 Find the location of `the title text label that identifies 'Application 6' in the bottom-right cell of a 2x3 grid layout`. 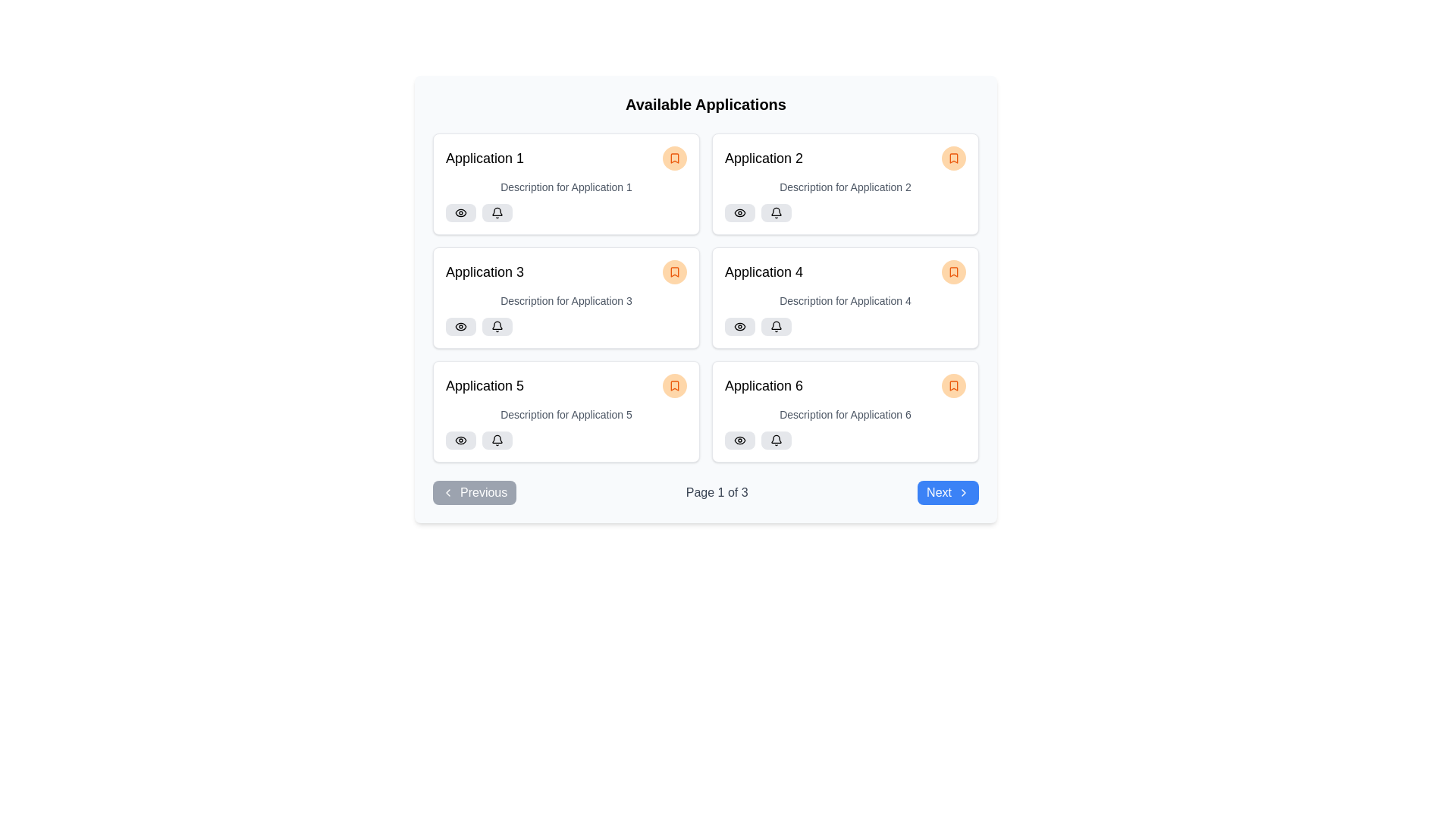

the title text label that identifies 'Application 6' in the bottom-right cell of a 2x3 grid layout is located at coordinates (764, 385).